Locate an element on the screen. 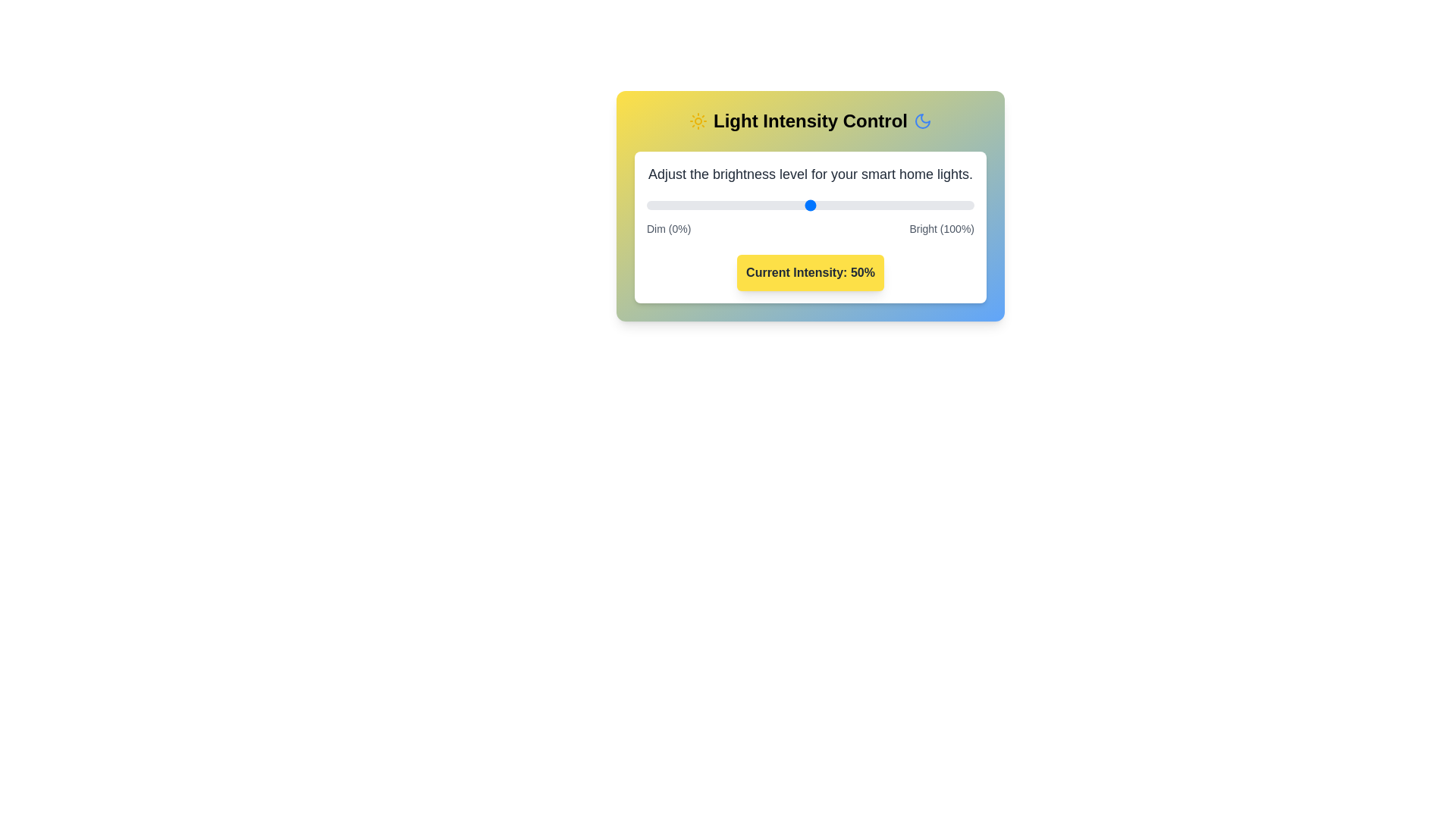  the light intensity to 70% by moving the slider is located at coordinates (876, 205).